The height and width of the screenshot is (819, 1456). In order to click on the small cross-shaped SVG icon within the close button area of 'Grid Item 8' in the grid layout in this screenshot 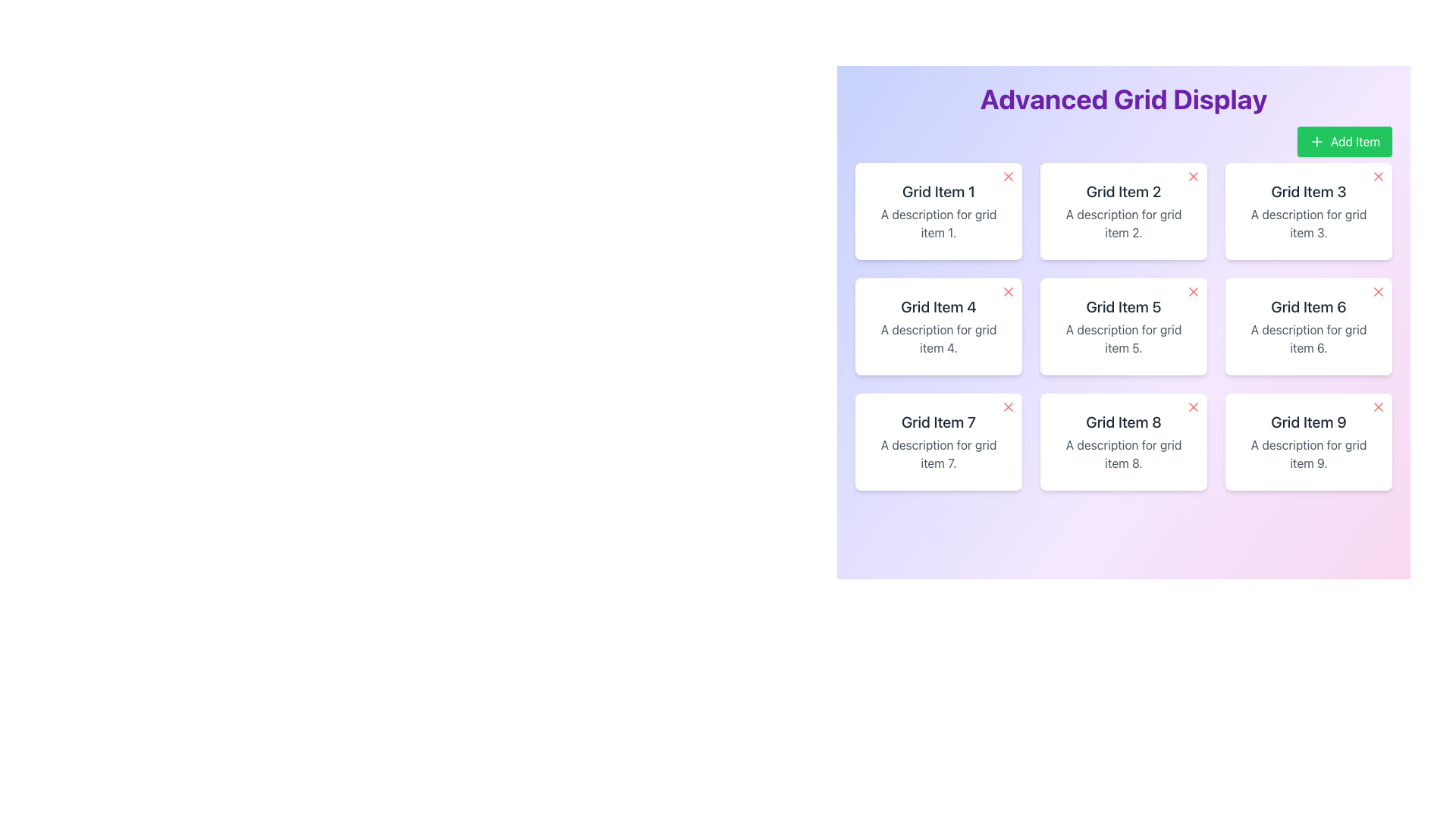, I will do `click(1193, 406)`.